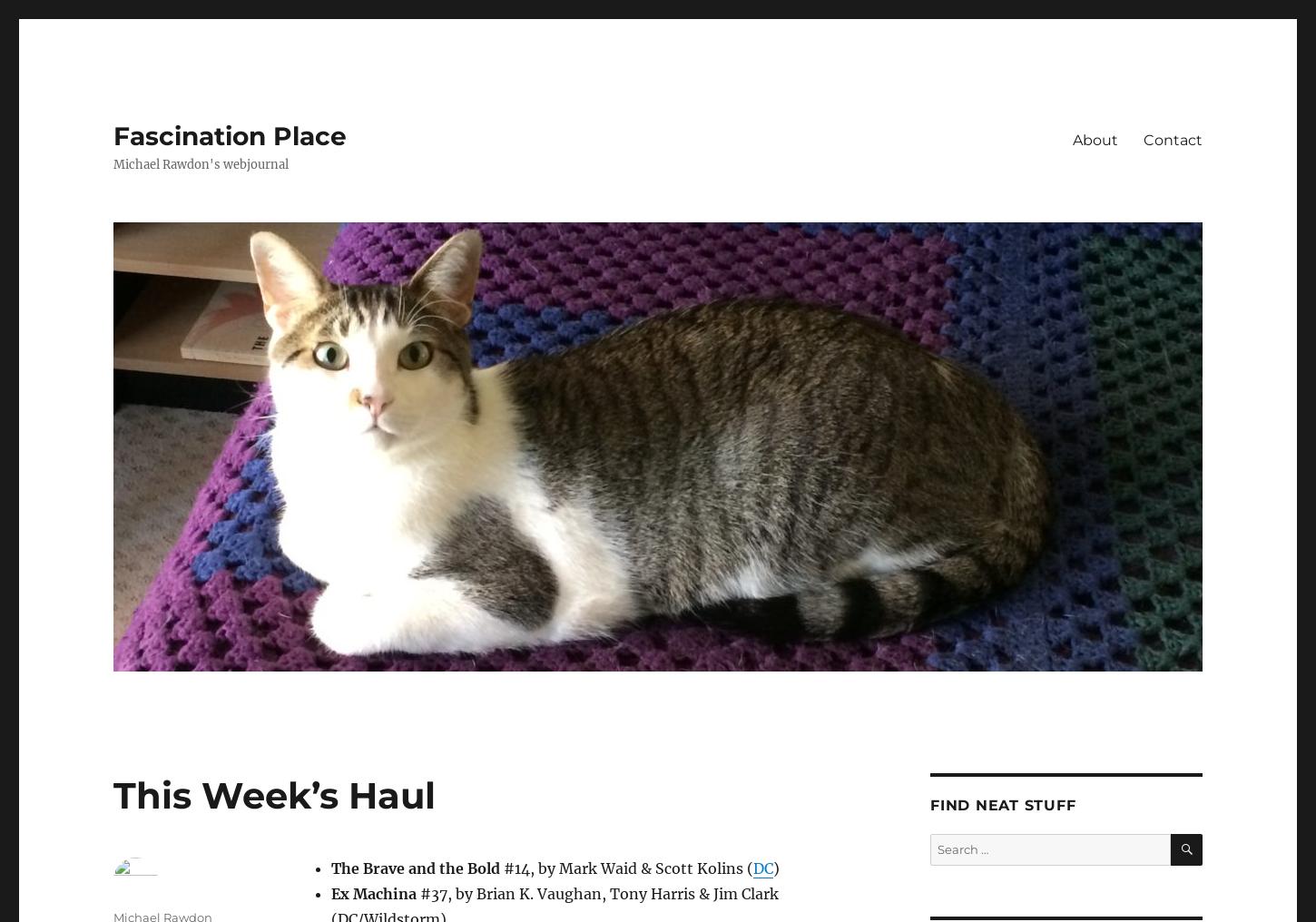 This screenshot has height=922, width=1316. What do you see at coordinates (200, 163) in the screenshot?
I see `'Michael Rawdon's webjournal'` at bounding box center [200, 163].